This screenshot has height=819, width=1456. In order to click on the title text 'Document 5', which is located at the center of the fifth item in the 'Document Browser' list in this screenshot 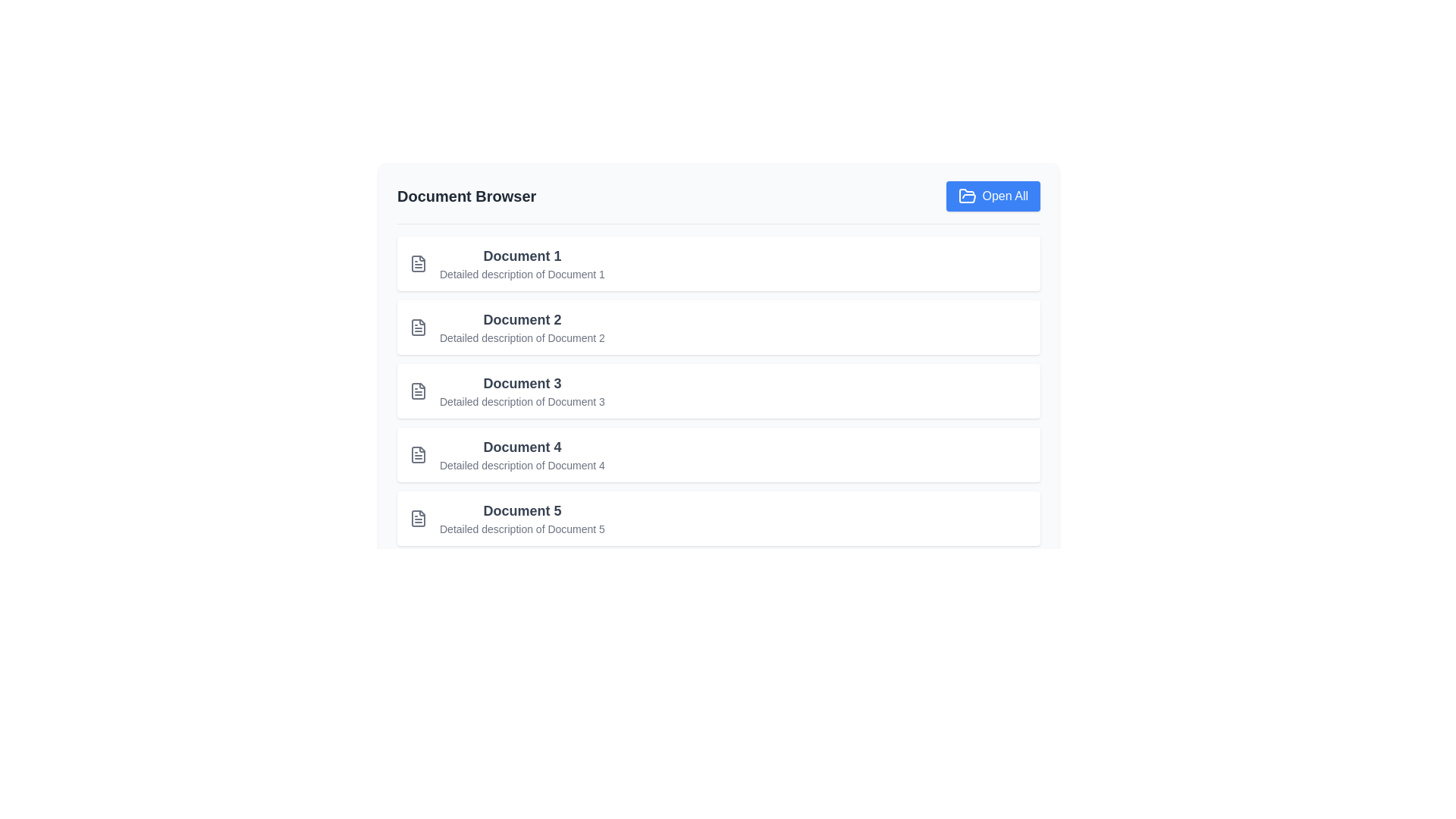, I will do `click(522, 511)`.